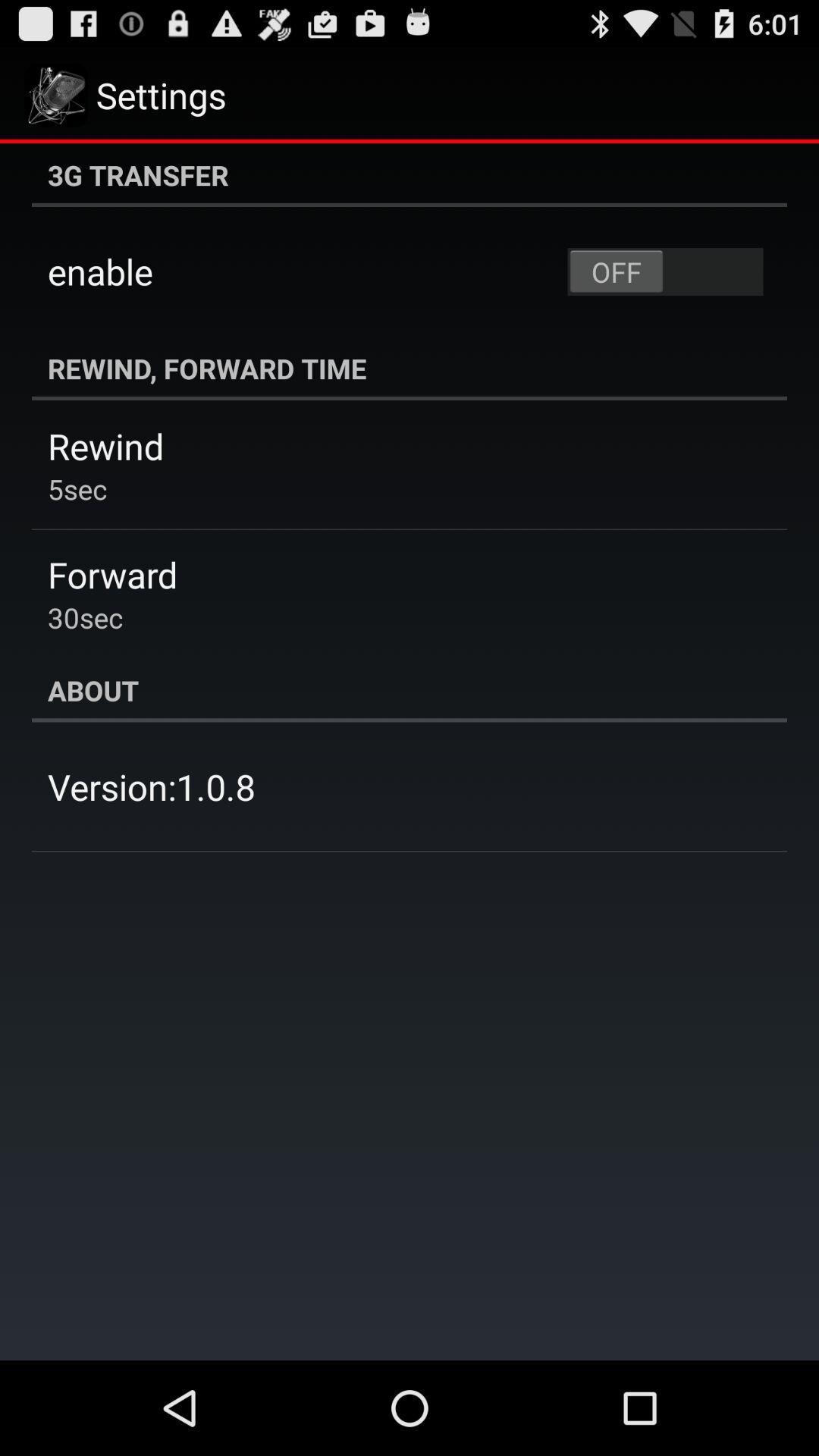 Image resolution: width=819 pixels, height=1456 pixels. What do you see at coordinates (664, 271) in the screenshot?
I see `the icon to the right of enable icon` at bounding box center [664, 271].